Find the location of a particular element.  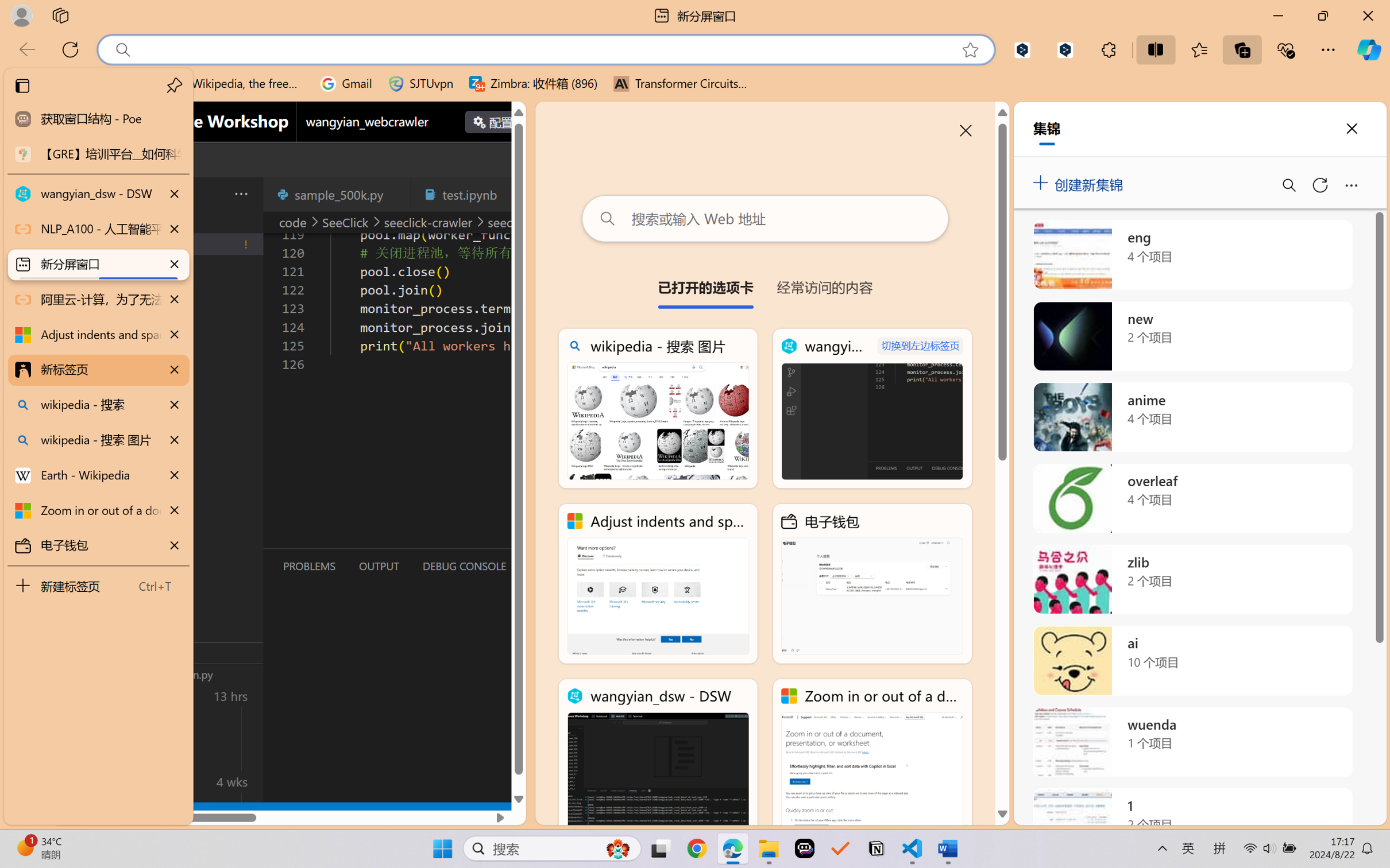

'SJTUvpn' is located at coordinates (420, 83).